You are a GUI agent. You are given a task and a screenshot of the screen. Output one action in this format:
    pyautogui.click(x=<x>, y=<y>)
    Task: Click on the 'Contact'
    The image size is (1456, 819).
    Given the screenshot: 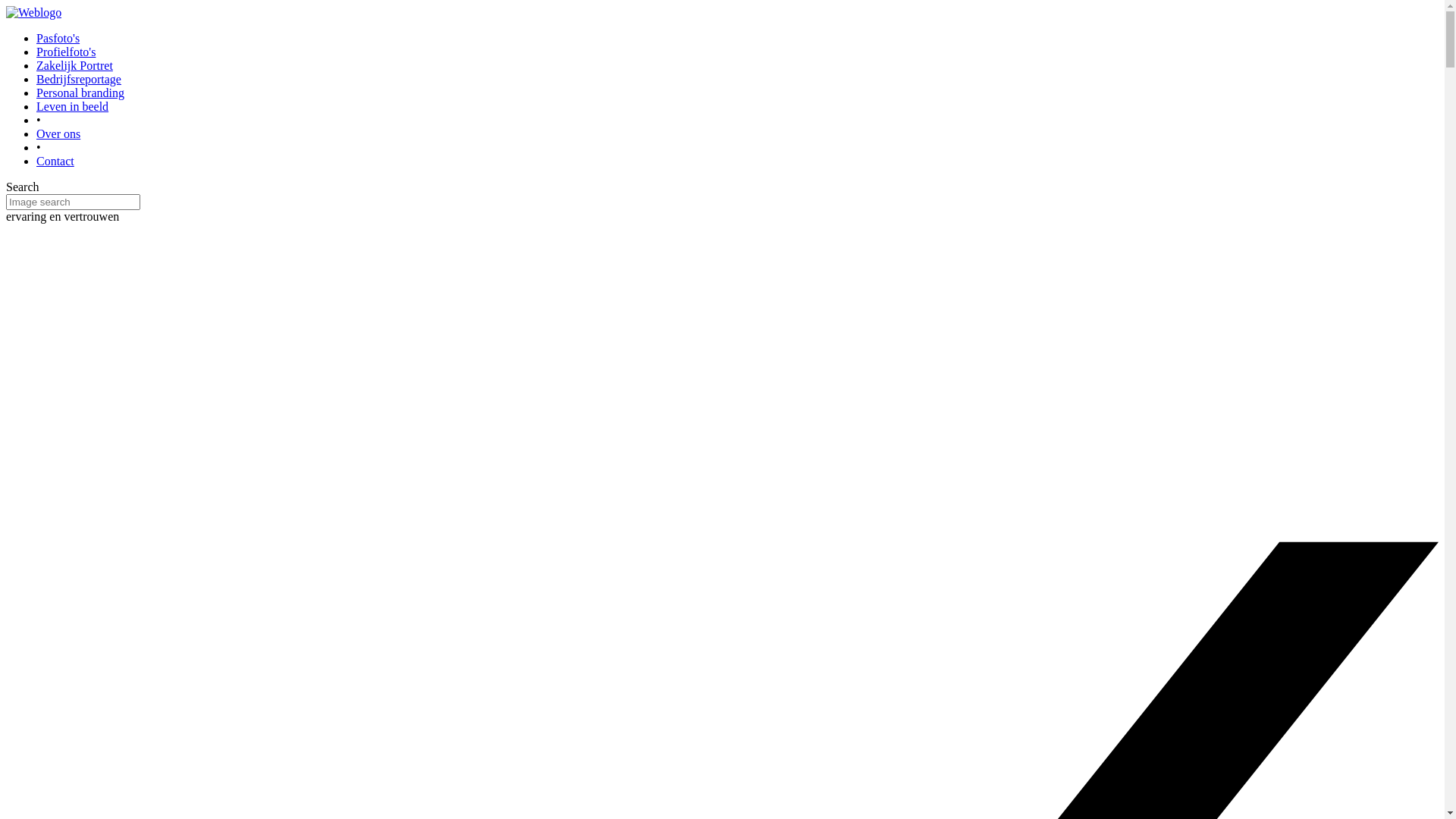 What is the action you would take?
    pyautogui.click(x=55, y=161)
    